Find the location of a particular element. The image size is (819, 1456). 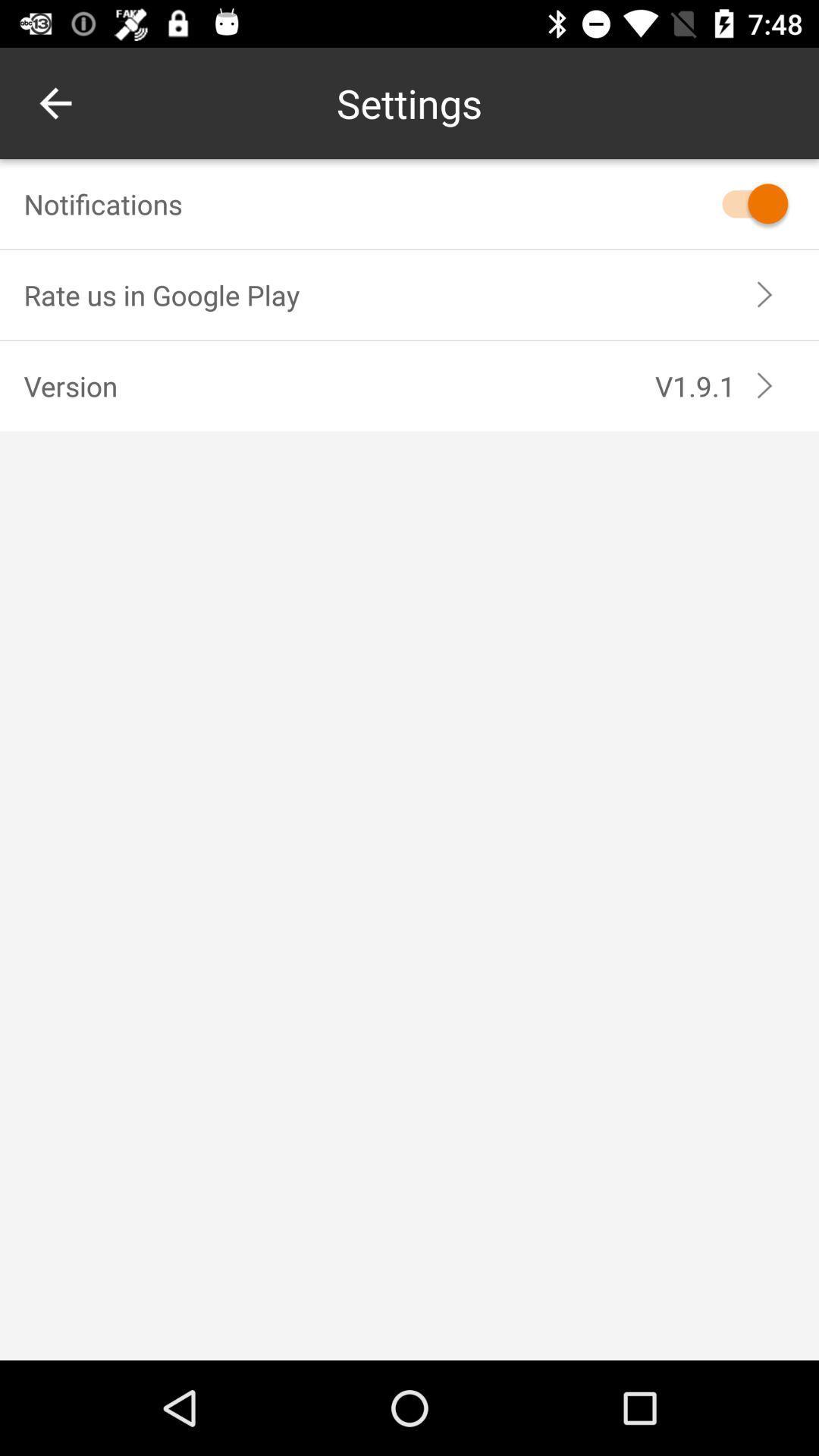

item to the right of the notifications icon is located at coordinates (747, 202).